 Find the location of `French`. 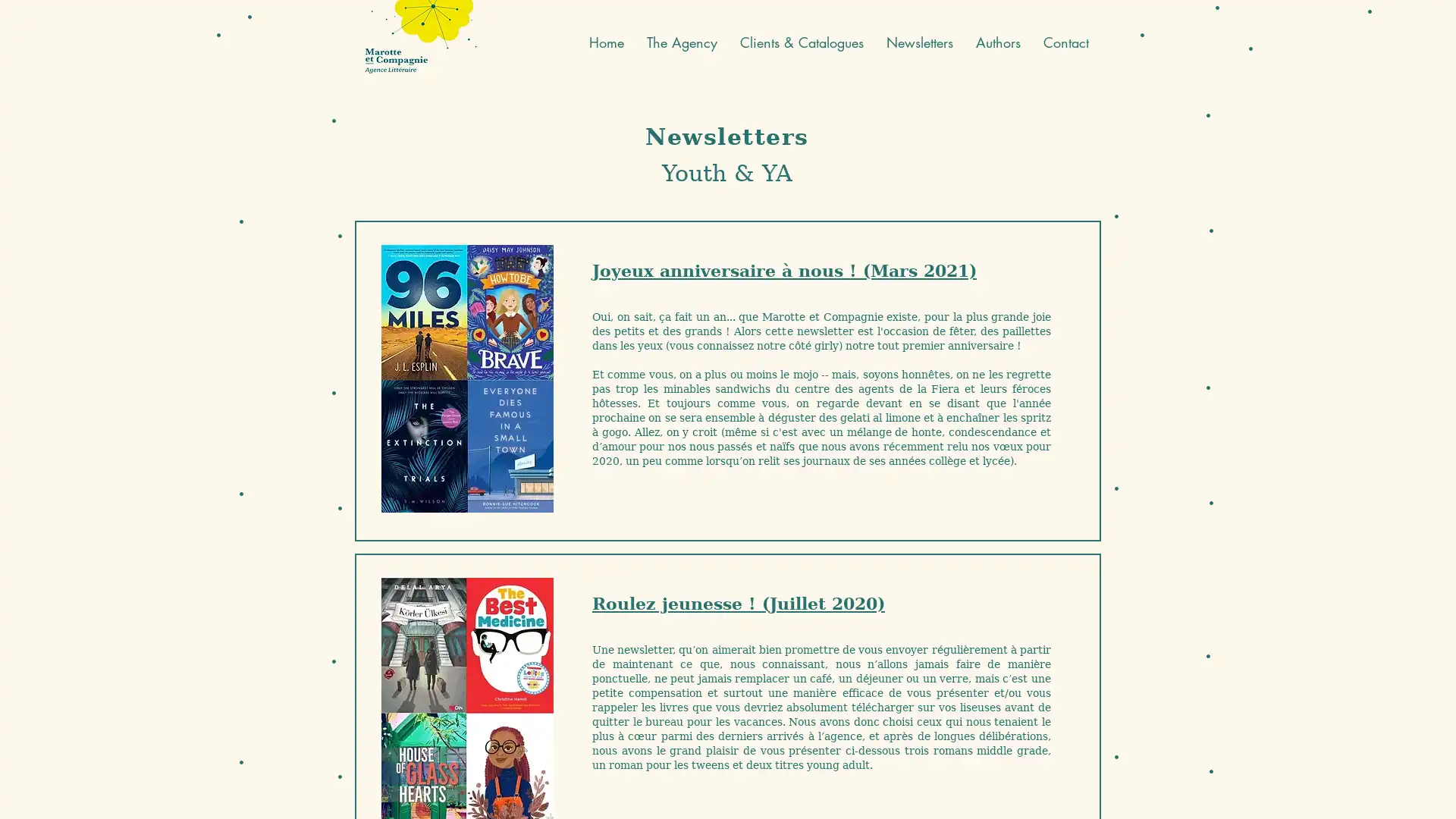

French is located at coordinates (506, 42).